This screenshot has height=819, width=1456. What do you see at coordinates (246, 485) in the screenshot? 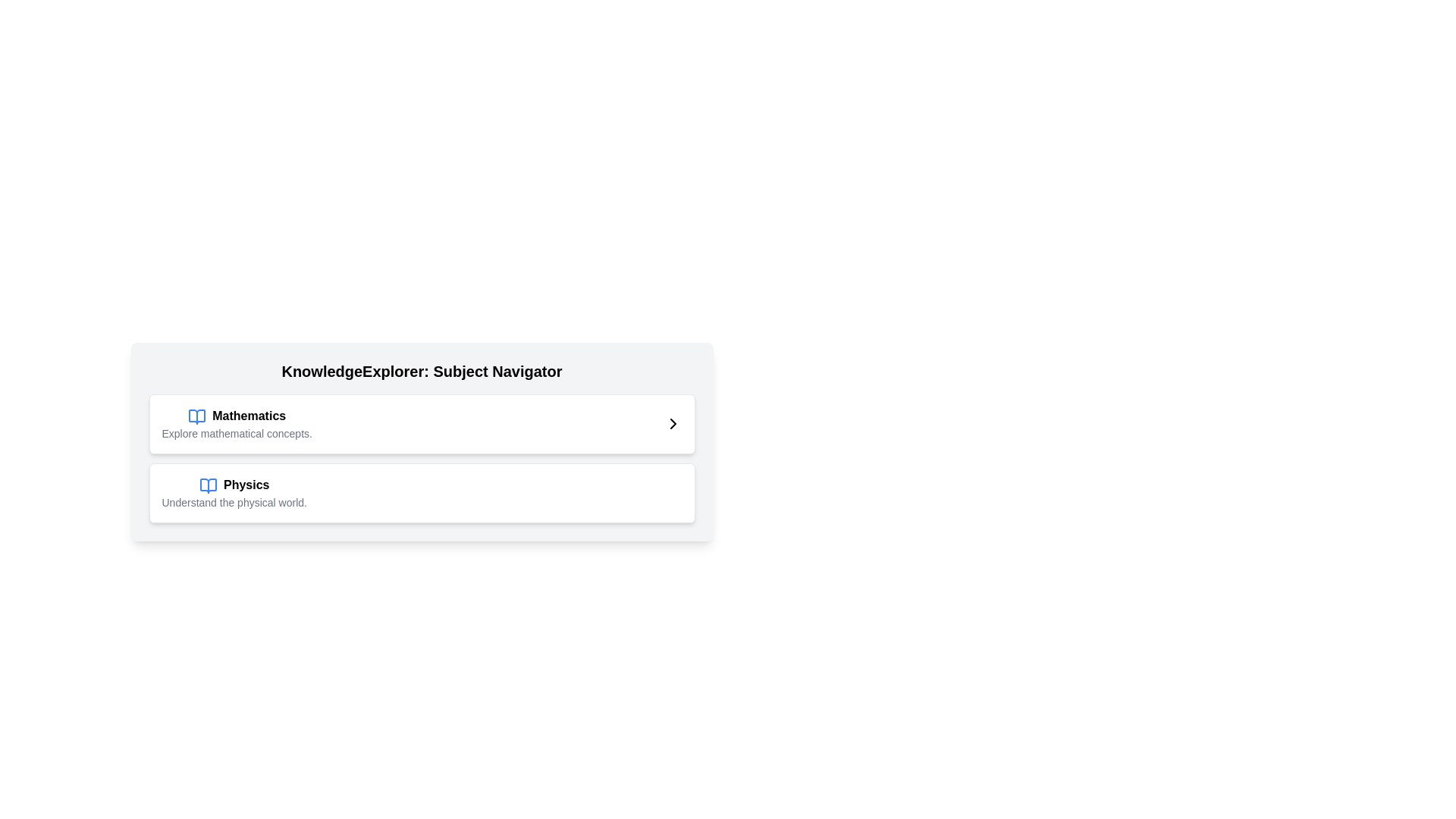
I see `the bolded text label titled 'Physics', which is the second title in the subject navigation card` at bounding box center [246, 485].